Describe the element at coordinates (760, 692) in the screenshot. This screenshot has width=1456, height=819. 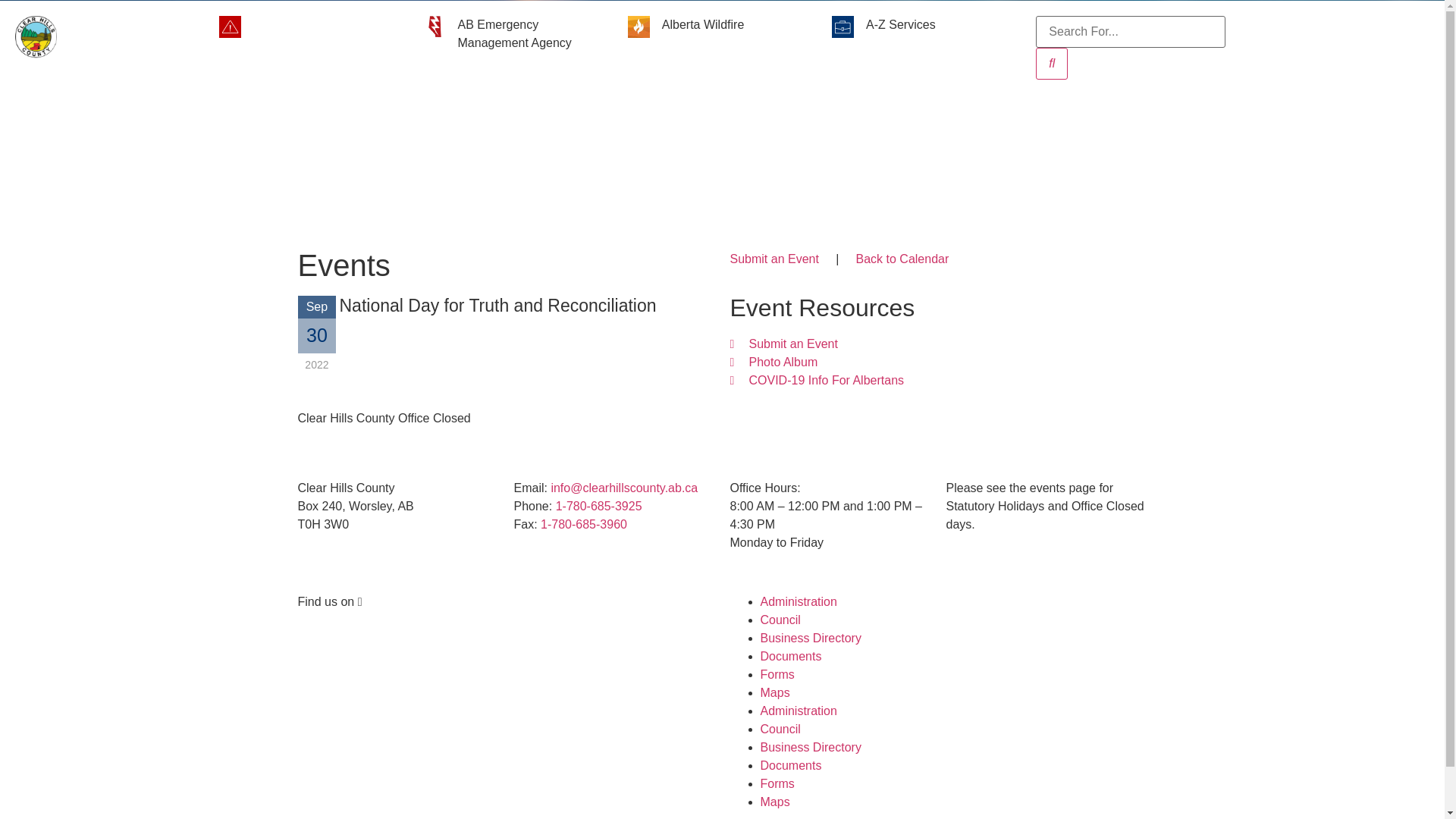
I see `'Maps'` at that location.